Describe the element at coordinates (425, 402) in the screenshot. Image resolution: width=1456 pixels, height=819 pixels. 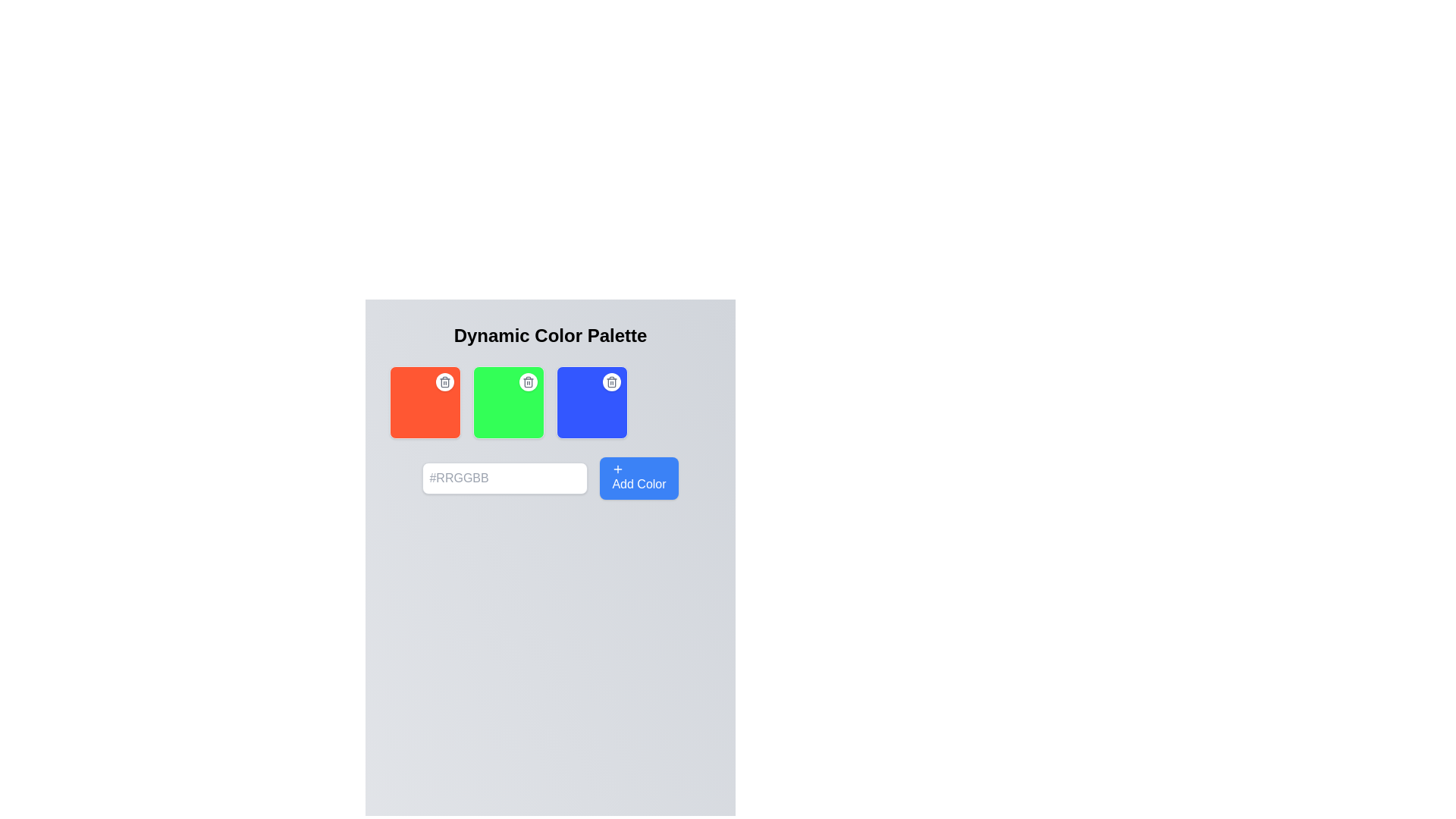
I see `the delete button on the red Colored widget located at the far-left of the group of four horizontally arranged widgets` at that location.